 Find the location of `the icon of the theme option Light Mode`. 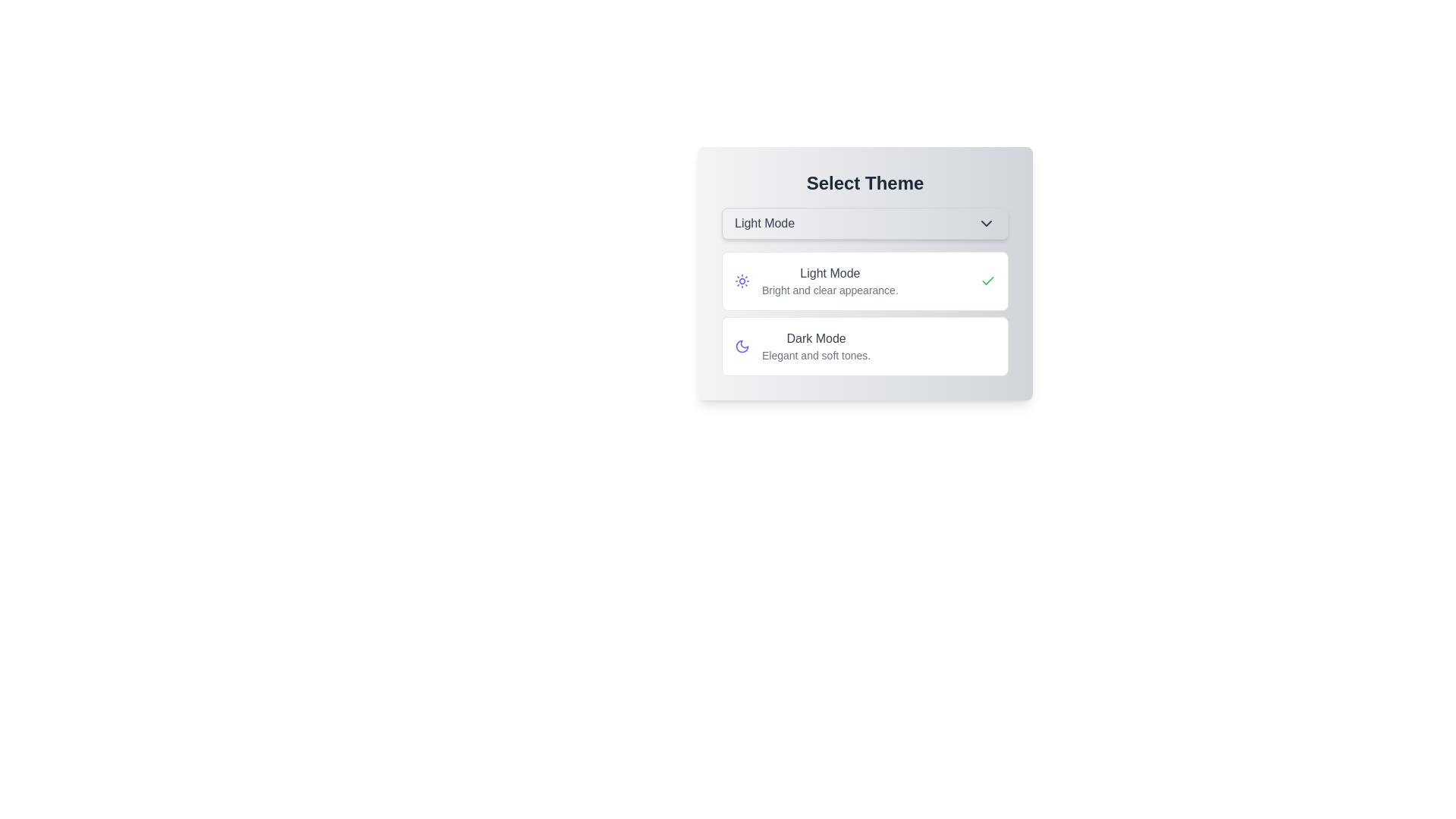

the icon of the theme option Light Mode is located at coordinates (742, 281).